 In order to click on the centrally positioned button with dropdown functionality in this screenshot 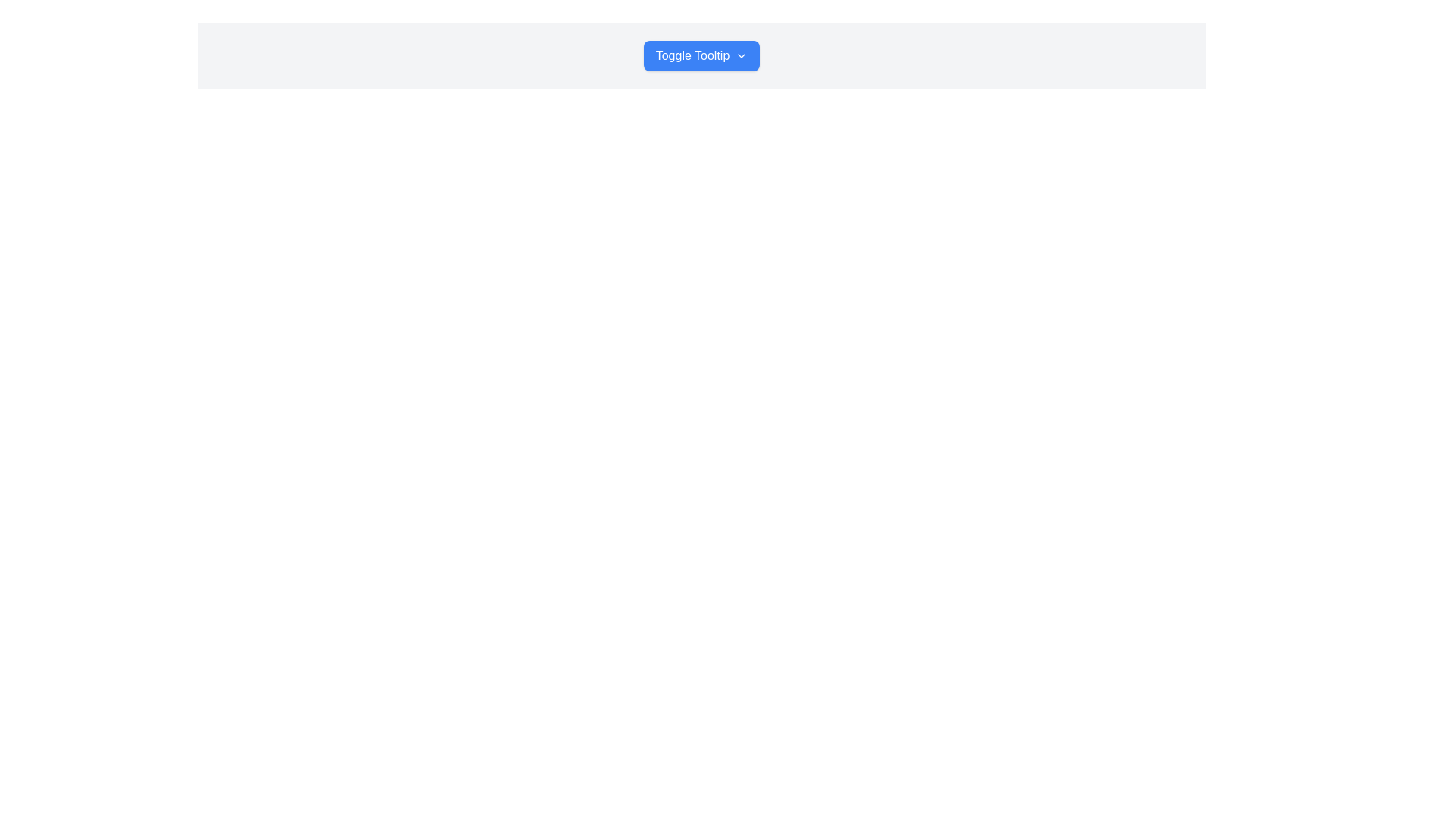, I will do `click(701, 55)`.